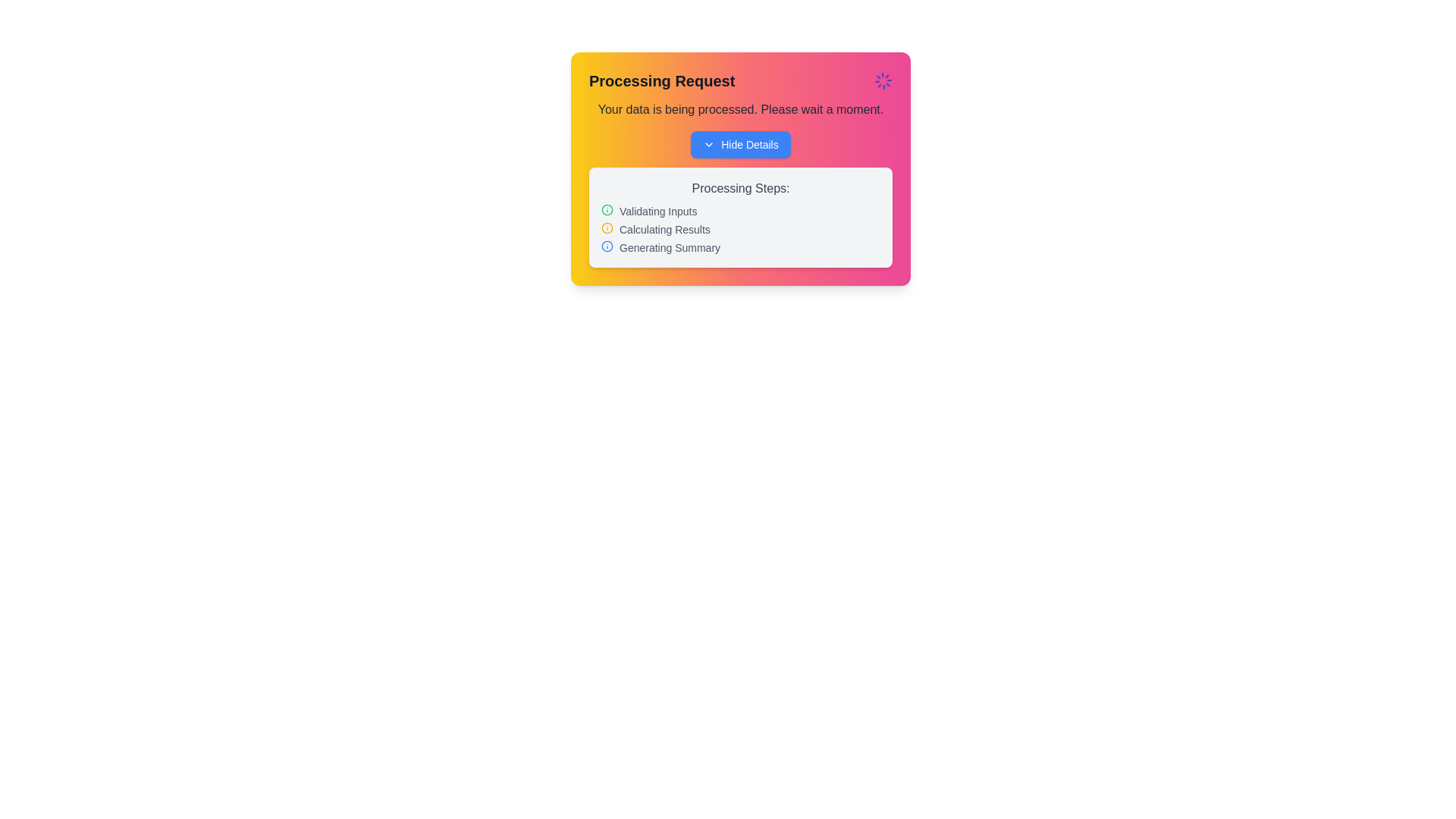 This screenshot has width=1456, height=819. I want to click on the indigo spinner loader icon located in the top-right corner of the pop-up card, next to the 'Processing Request' text, so click(883, 81).